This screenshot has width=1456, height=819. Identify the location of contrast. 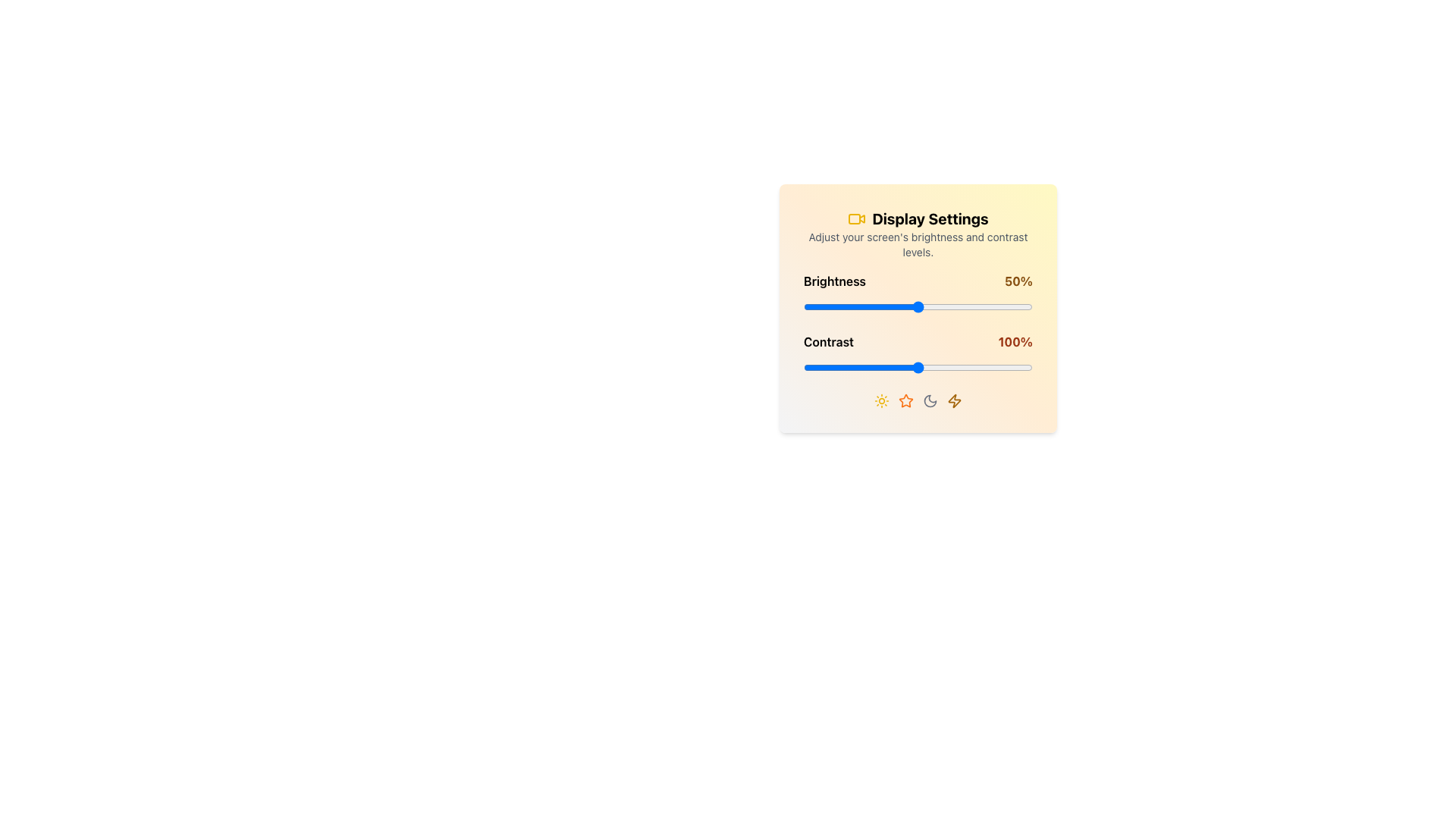
(854, 368).